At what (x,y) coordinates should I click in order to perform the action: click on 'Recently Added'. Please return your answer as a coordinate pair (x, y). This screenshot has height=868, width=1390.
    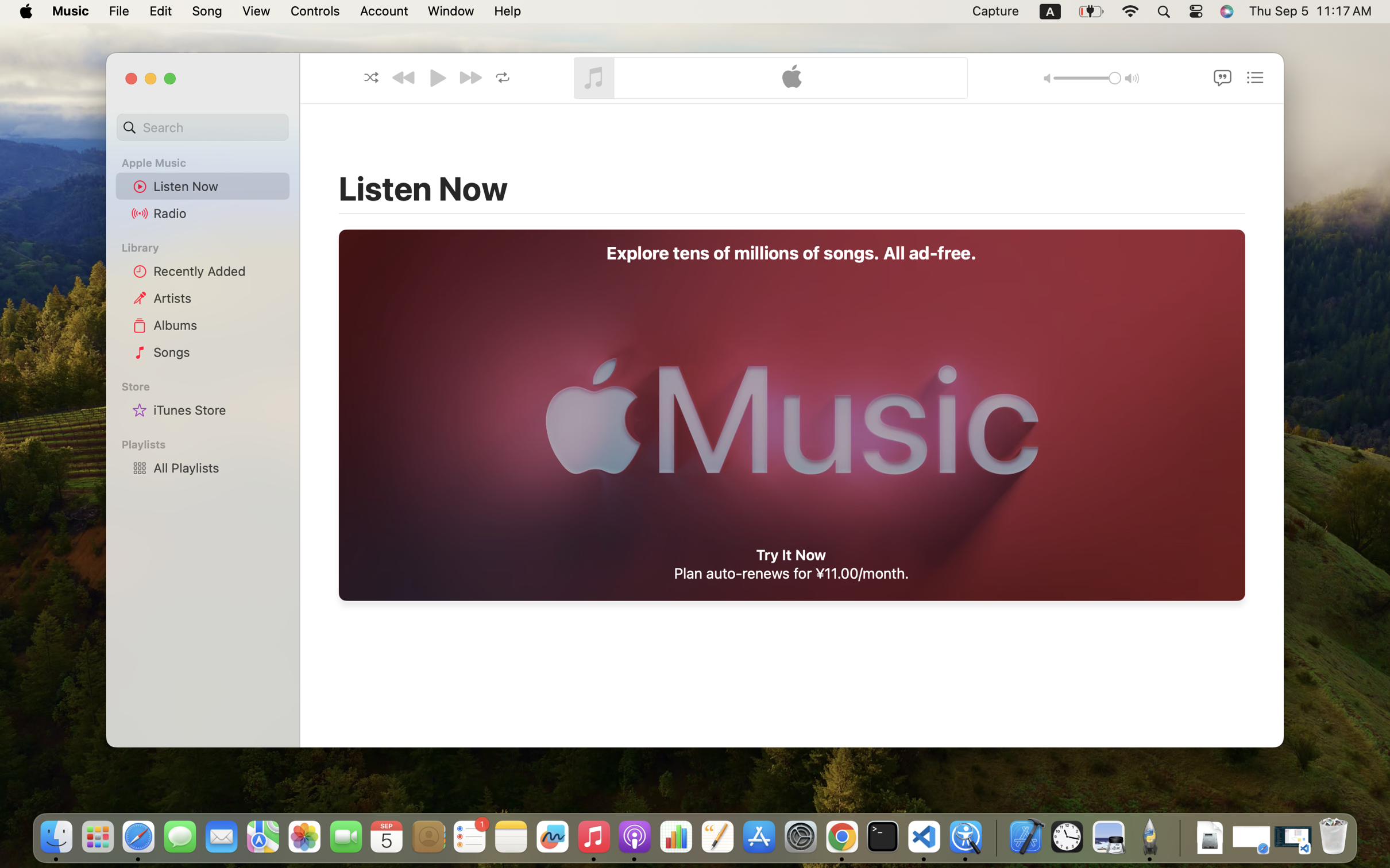
    Looking at the image, I should click on (218, 270).